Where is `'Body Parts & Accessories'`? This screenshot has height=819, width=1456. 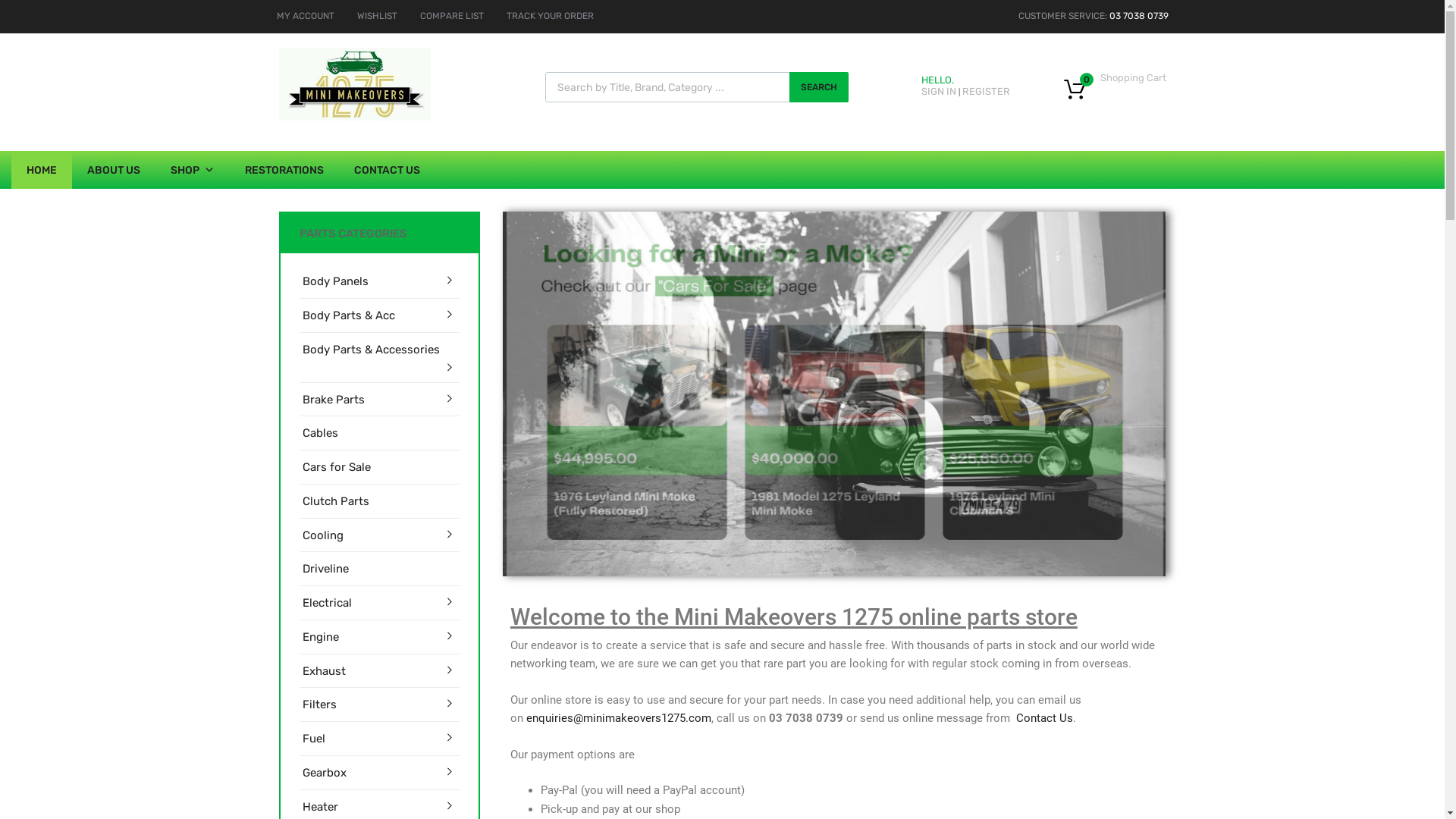
'Body Parts & Accessories' is located at coordinates (302, 350).